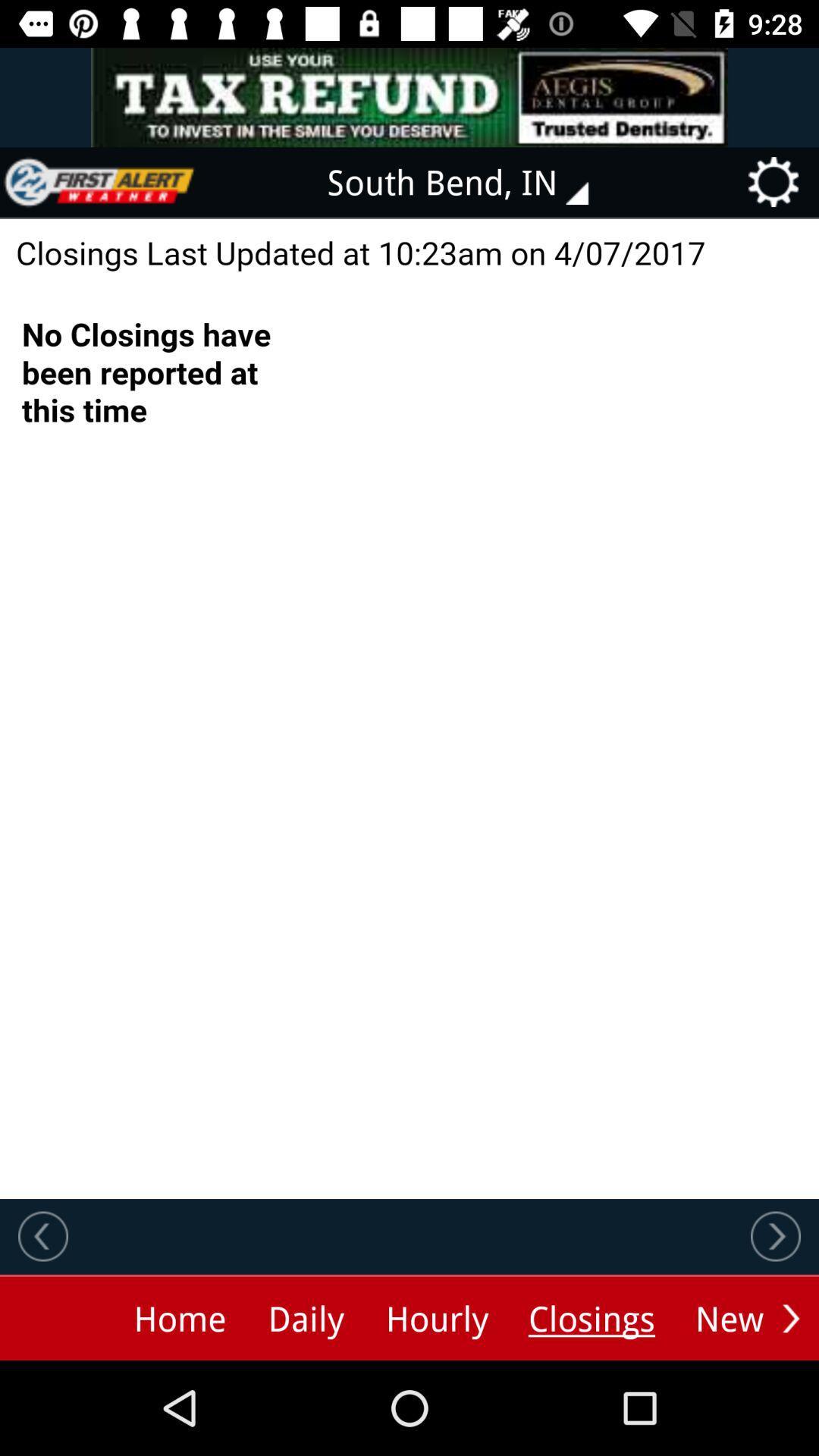 The height and width of the screenshot is (1456, 819). I want to click on south bend, in, so click(468, 182).